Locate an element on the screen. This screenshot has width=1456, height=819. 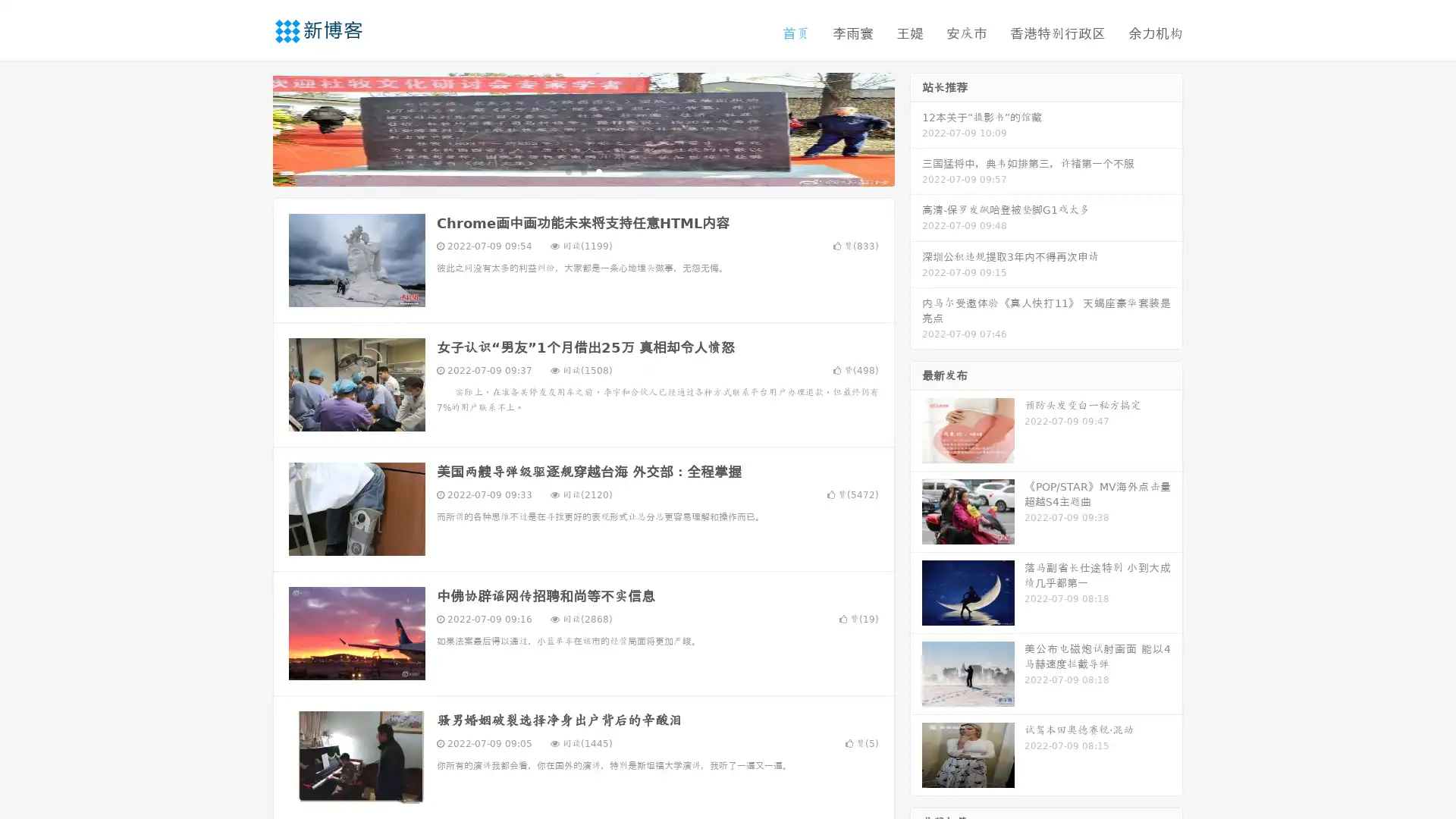
Go to slide 2 is located at coordinates (582, 171).